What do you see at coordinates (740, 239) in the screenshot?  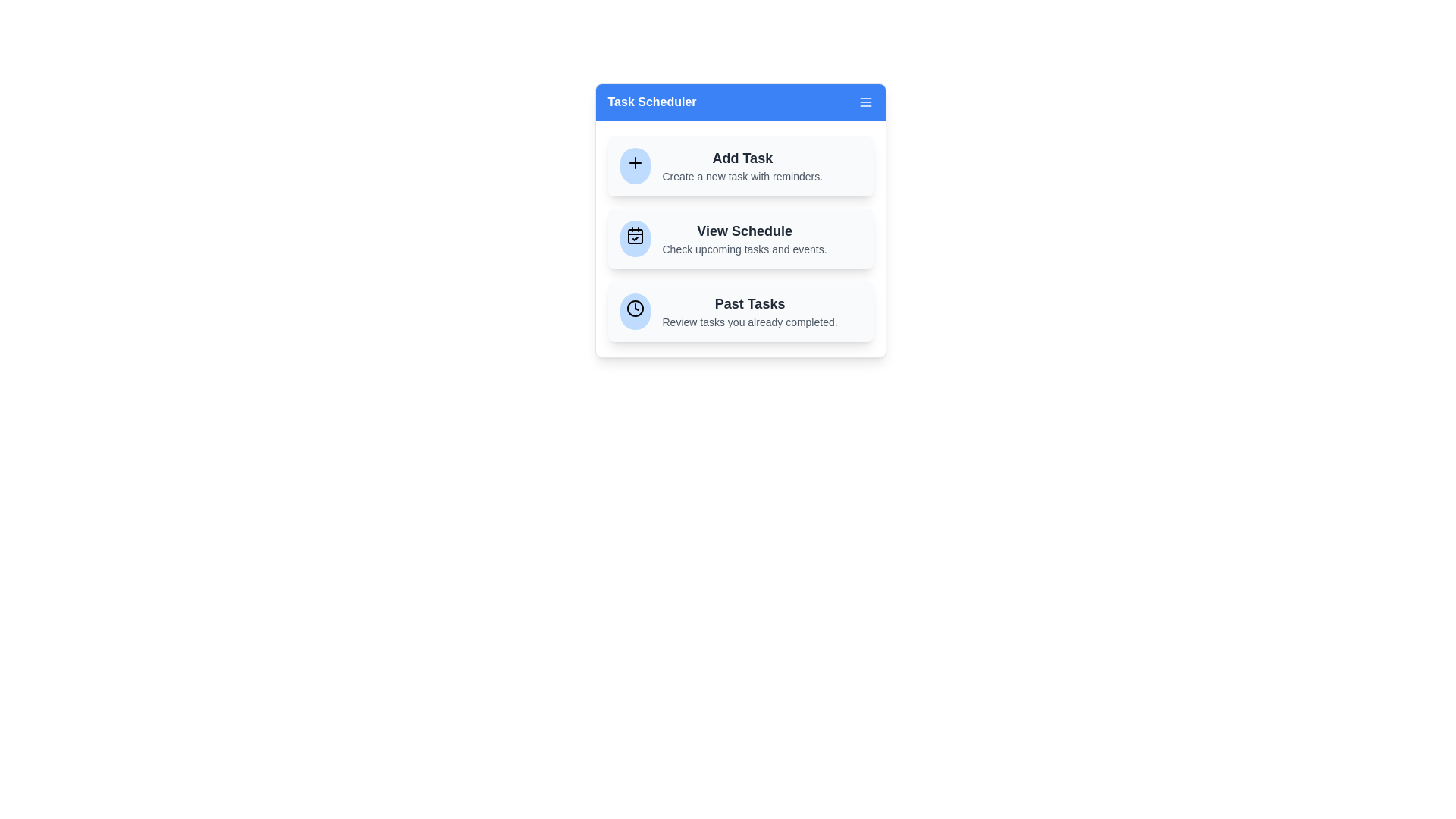 I see `the View Schedule to highlight it` at bounding box center [740, 239].